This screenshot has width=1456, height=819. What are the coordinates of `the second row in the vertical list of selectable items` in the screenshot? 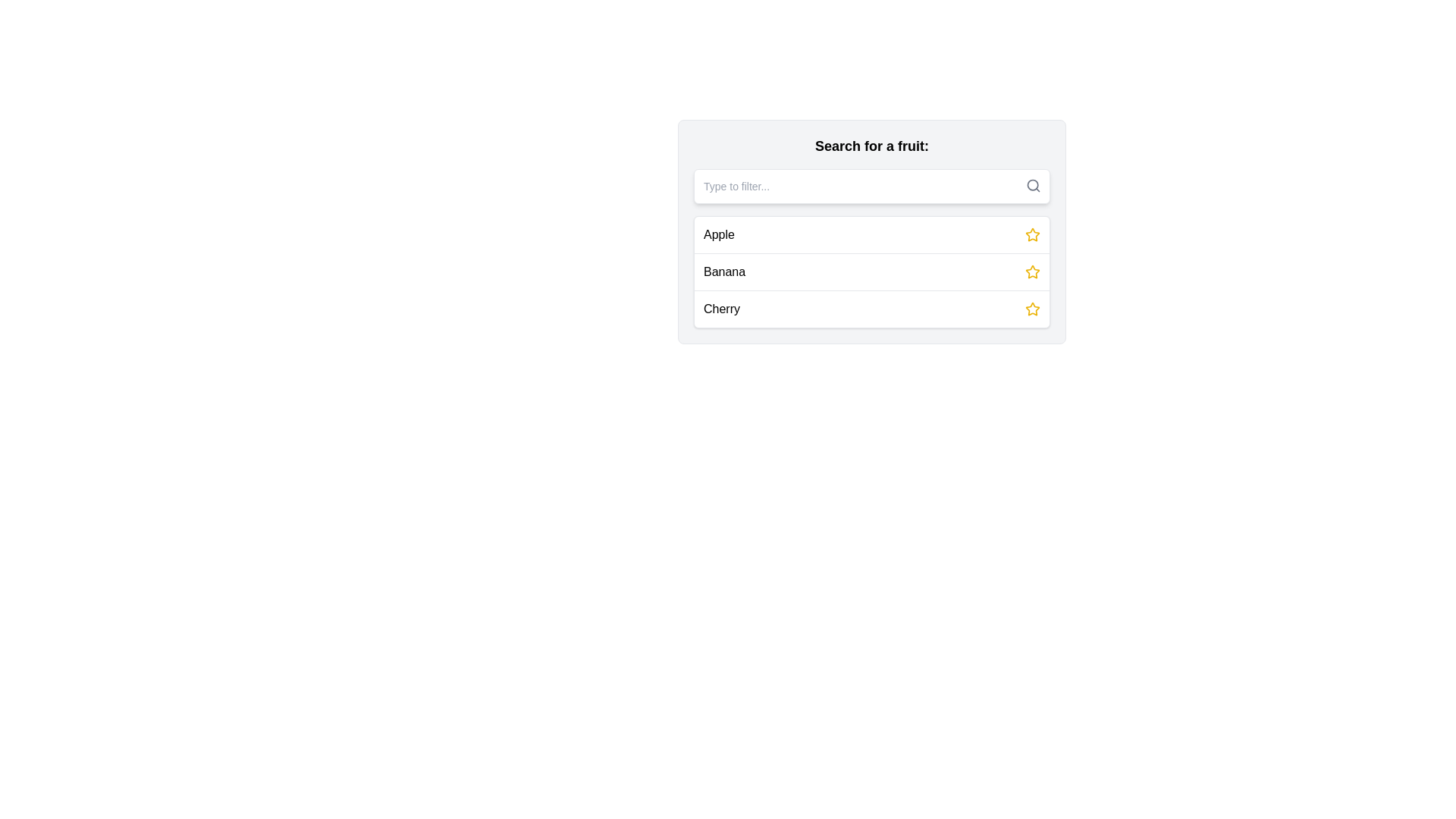 It's located at (872, 271).